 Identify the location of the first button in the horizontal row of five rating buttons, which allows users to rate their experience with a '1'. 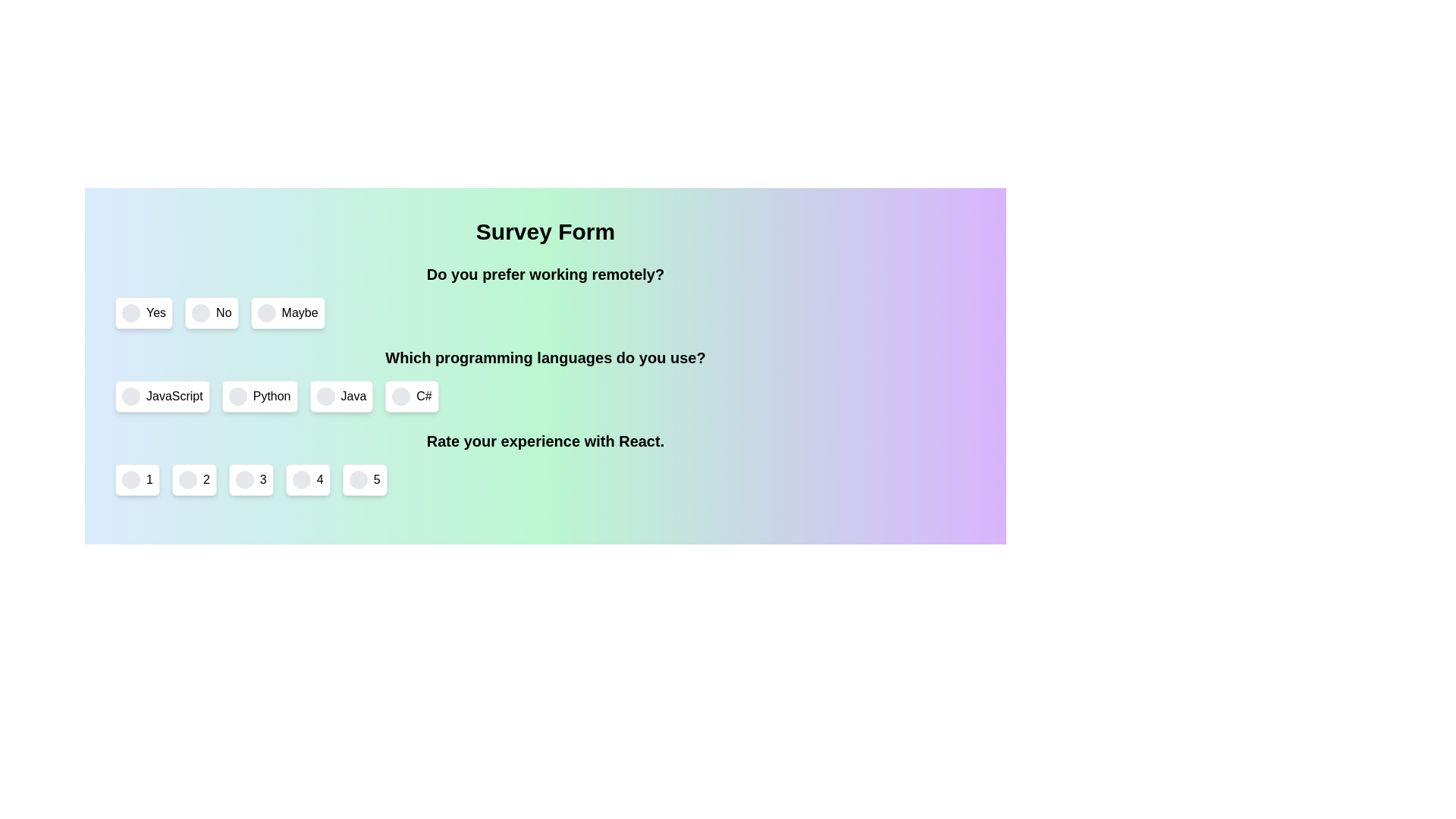
(137, 479).